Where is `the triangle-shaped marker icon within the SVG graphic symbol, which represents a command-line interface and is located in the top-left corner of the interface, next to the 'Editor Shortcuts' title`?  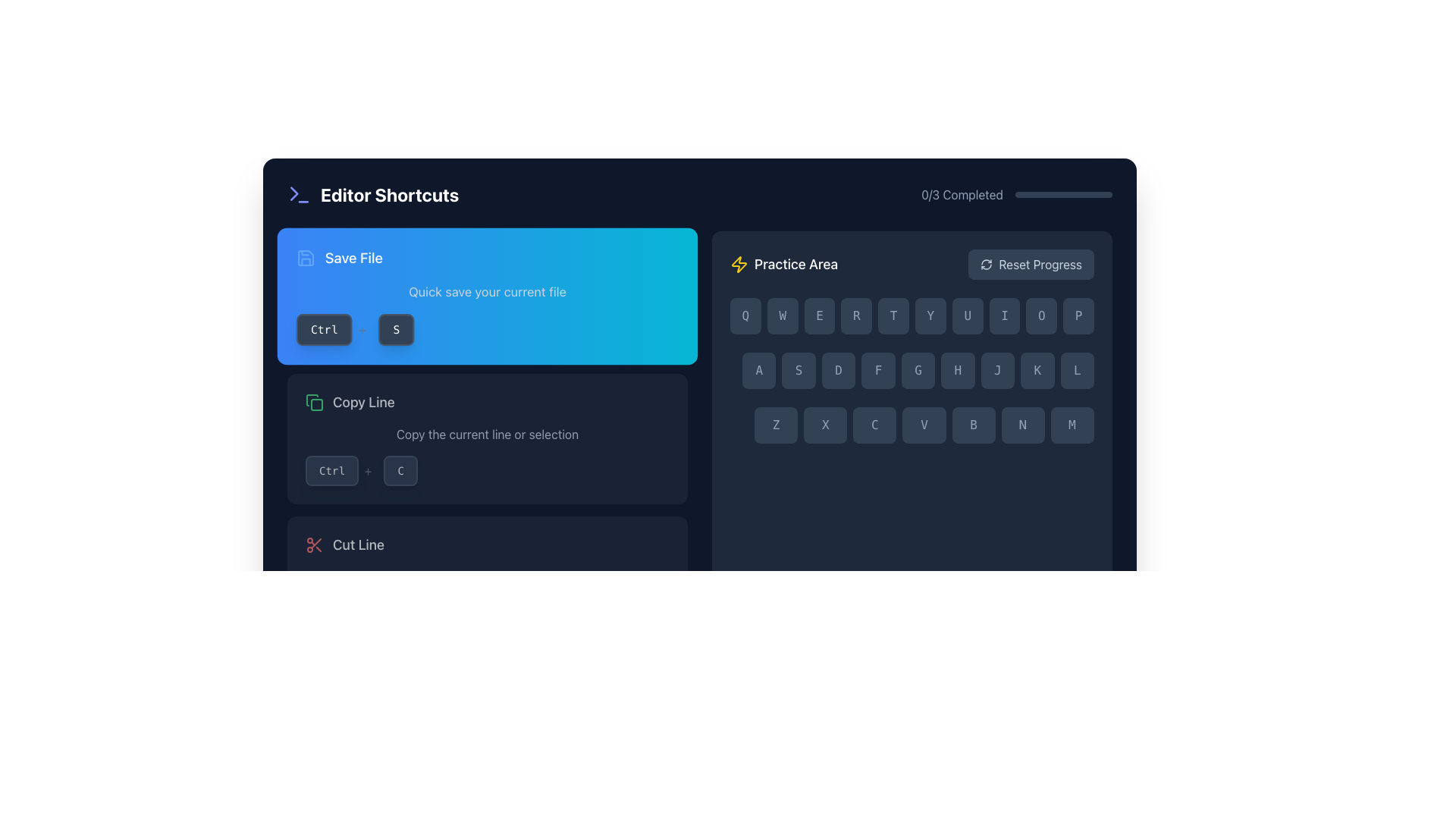 the triangle-shaped marker icon within the SVG graphic symbol, which represents a command-line interface and is located in the top-left corner of the interface, next to the 'Editor Shortcuts' title is located at coordinates (294, 193).